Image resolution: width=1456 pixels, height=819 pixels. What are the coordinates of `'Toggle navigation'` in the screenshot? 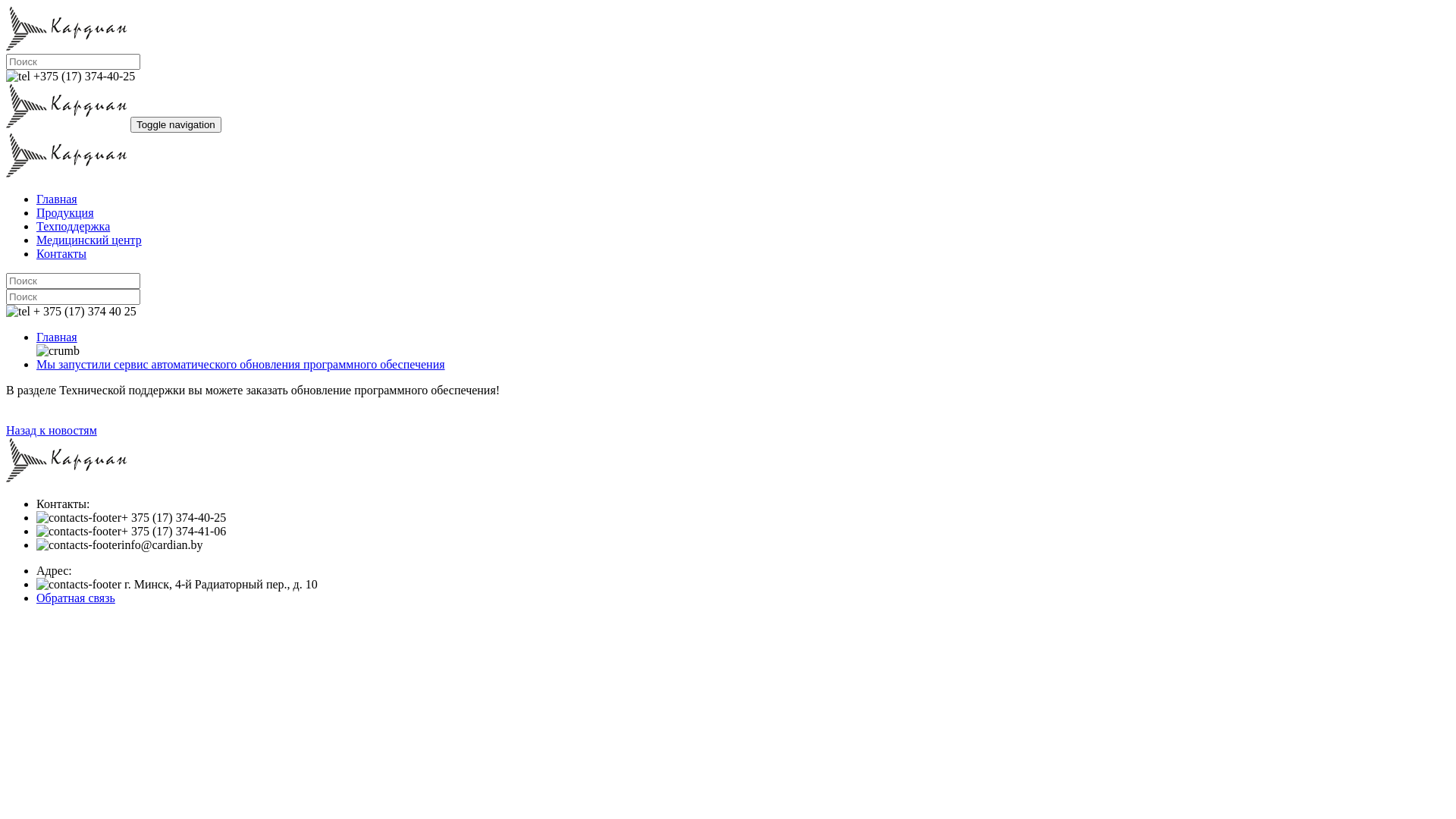 It's located at (175, 124).